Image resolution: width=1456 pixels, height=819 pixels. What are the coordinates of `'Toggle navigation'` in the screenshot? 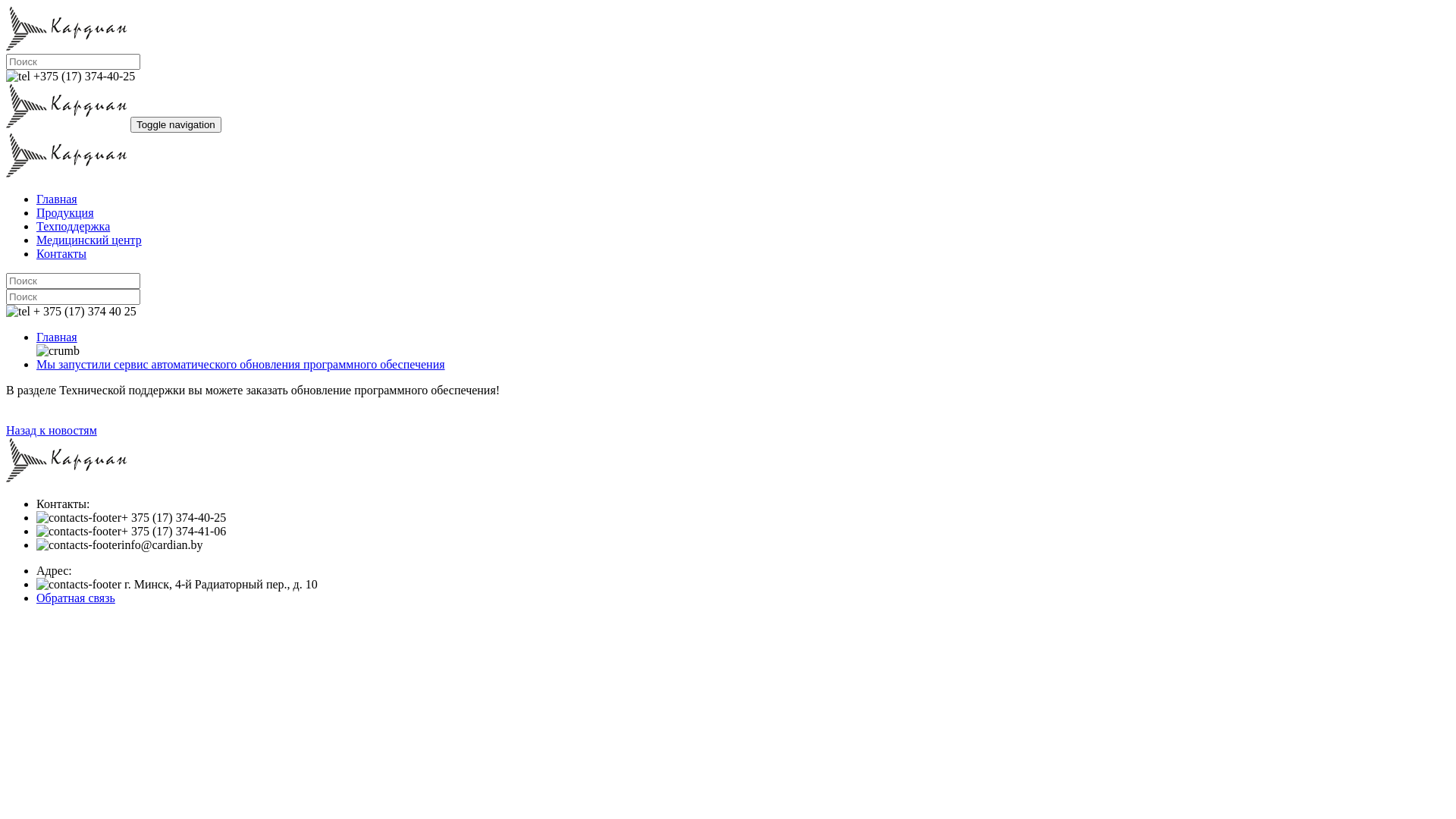 It's located at (175, 124).